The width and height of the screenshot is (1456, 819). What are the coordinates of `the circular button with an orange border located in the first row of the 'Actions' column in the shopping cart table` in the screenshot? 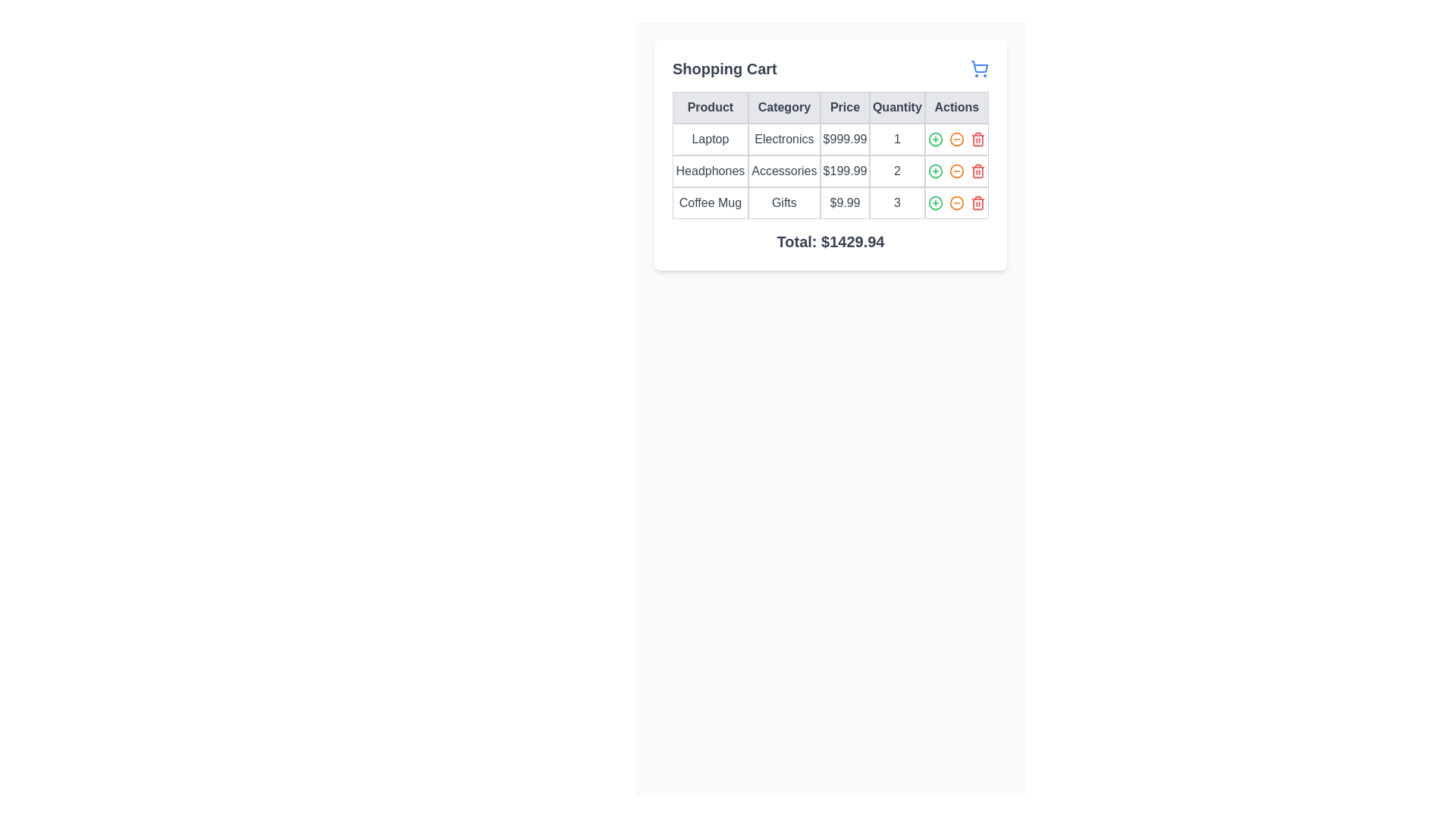 It's located at (955, 140).